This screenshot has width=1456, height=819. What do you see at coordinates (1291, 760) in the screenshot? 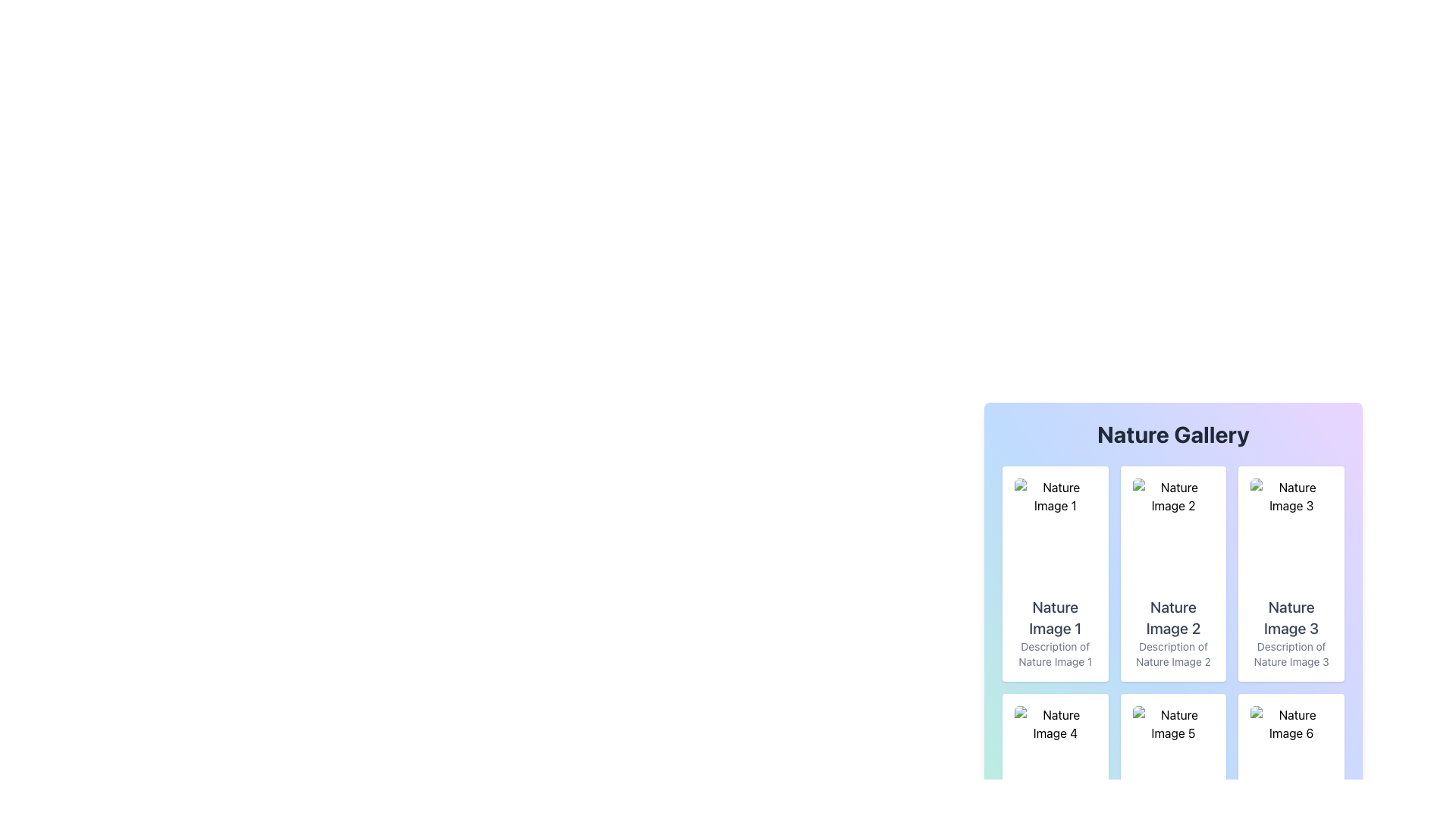
I see `the decorative image in the Nature Gallery section` at bounding box center [1291, 760].